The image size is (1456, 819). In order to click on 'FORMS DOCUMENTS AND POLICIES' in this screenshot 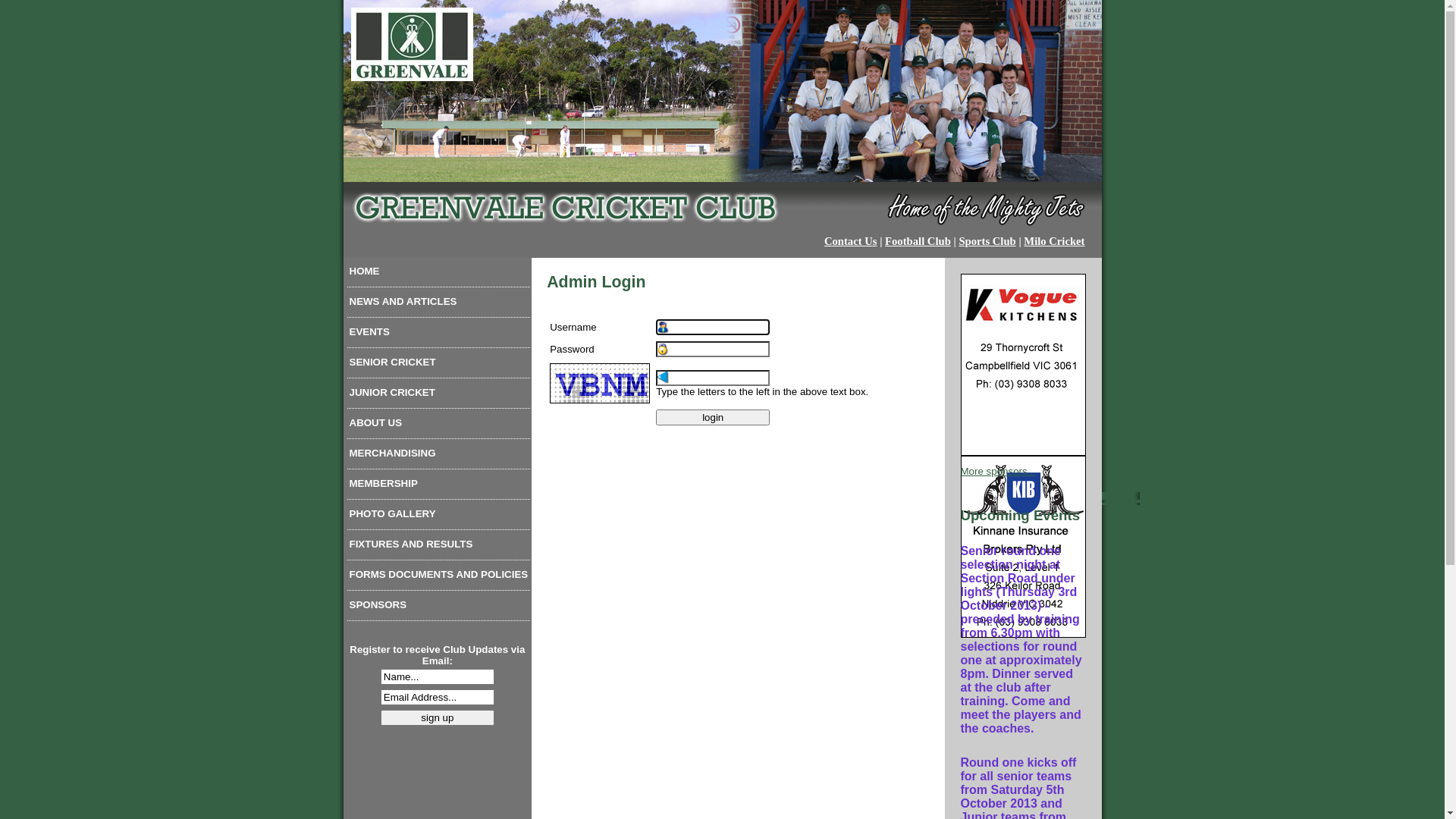, I will do `click(438, 578)`.